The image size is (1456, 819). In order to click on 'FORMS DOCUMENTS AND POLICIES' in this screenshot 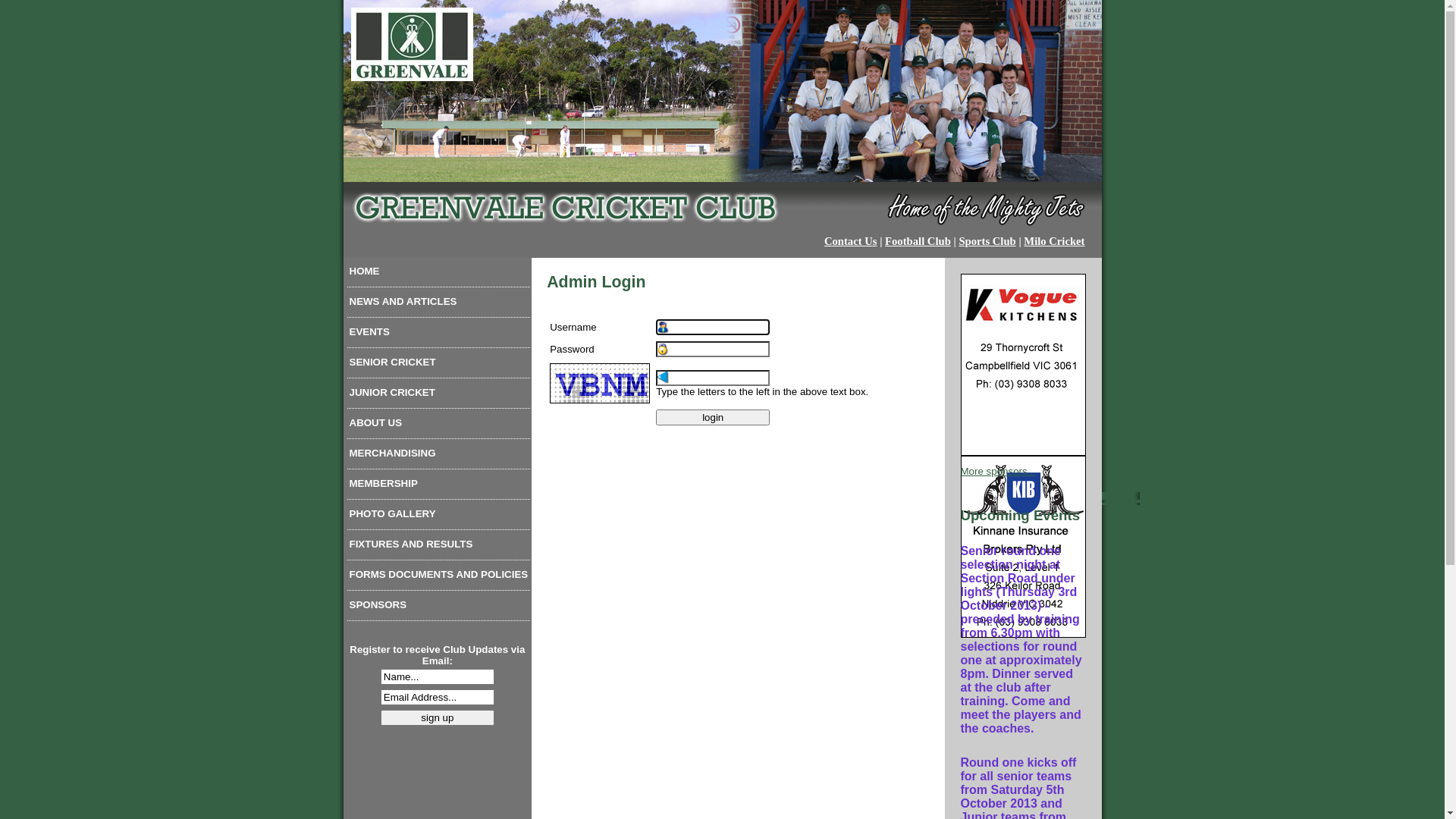, I will do `click(438, 578)`.